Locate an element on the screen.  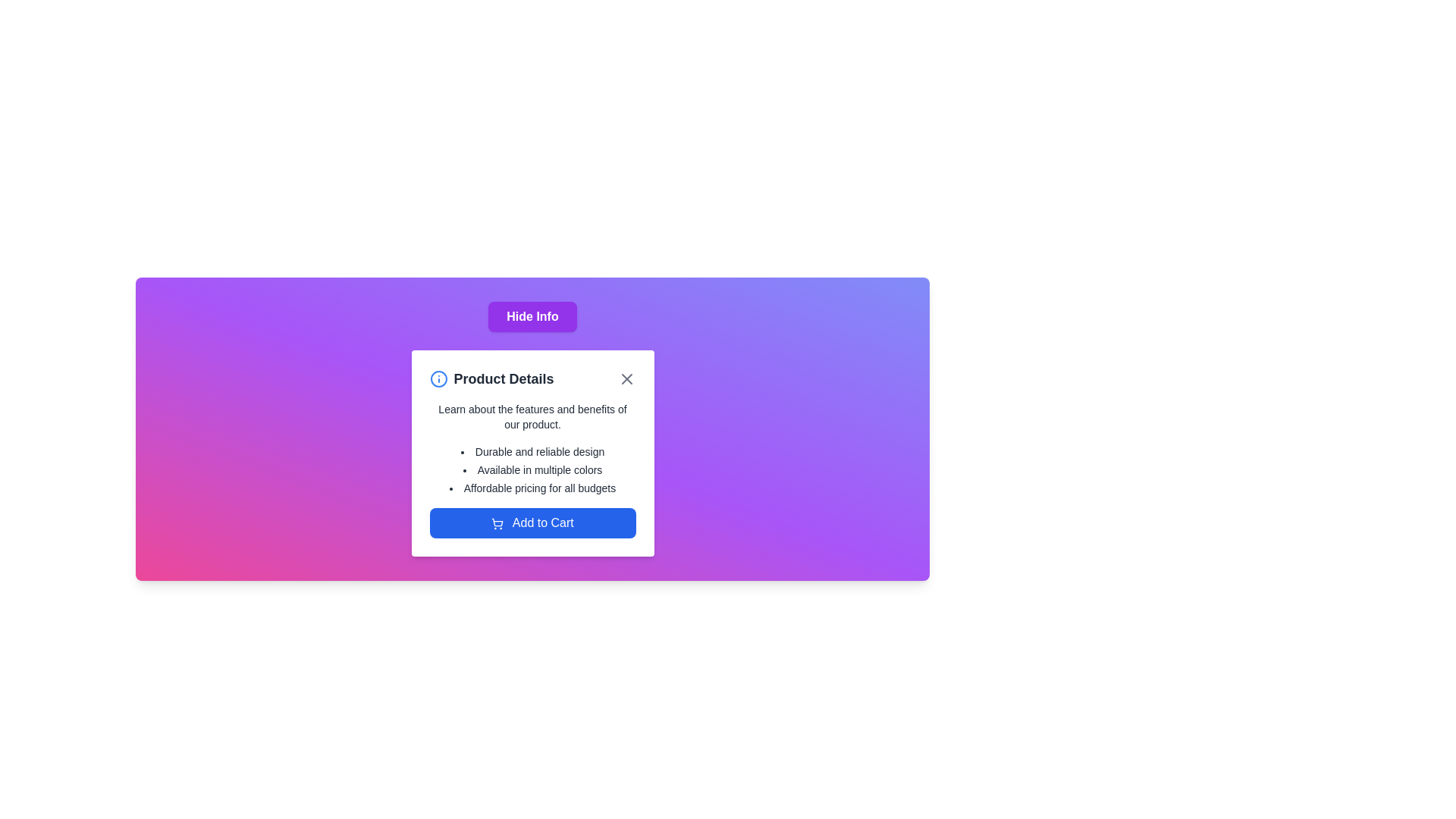
the 'Product Details' text label, which is styled in bold and large font, centrally aligned in a white, rounded-rectangle content box at the top of the interface is located at coordinates (504, 378).